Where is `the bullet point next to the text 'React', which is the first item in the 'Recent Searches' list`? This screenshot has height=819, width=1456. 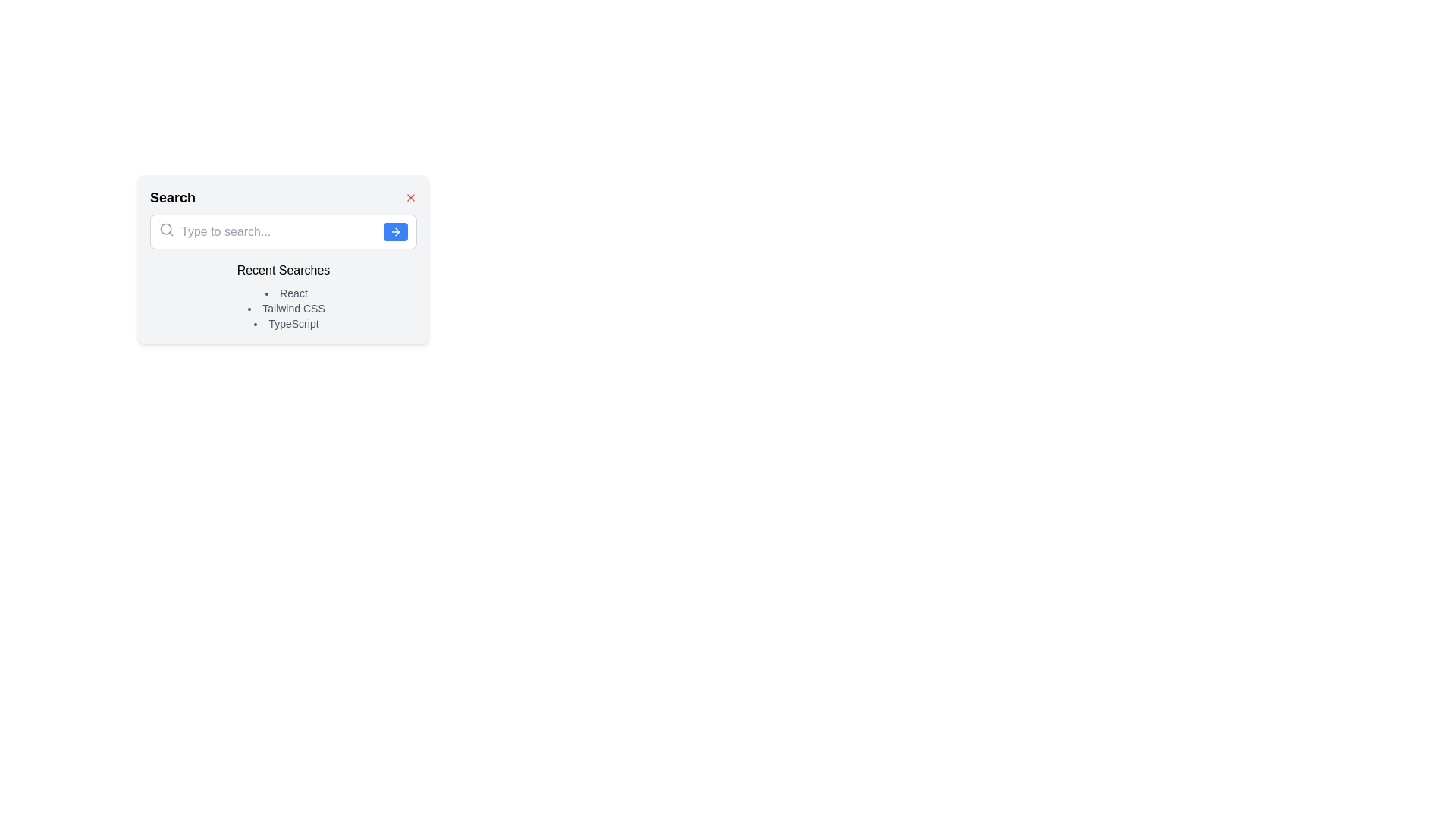 the bullet point next to the text 'React', which is the first item in the 'Recent Searches' list is located at coordinates (287, 293).